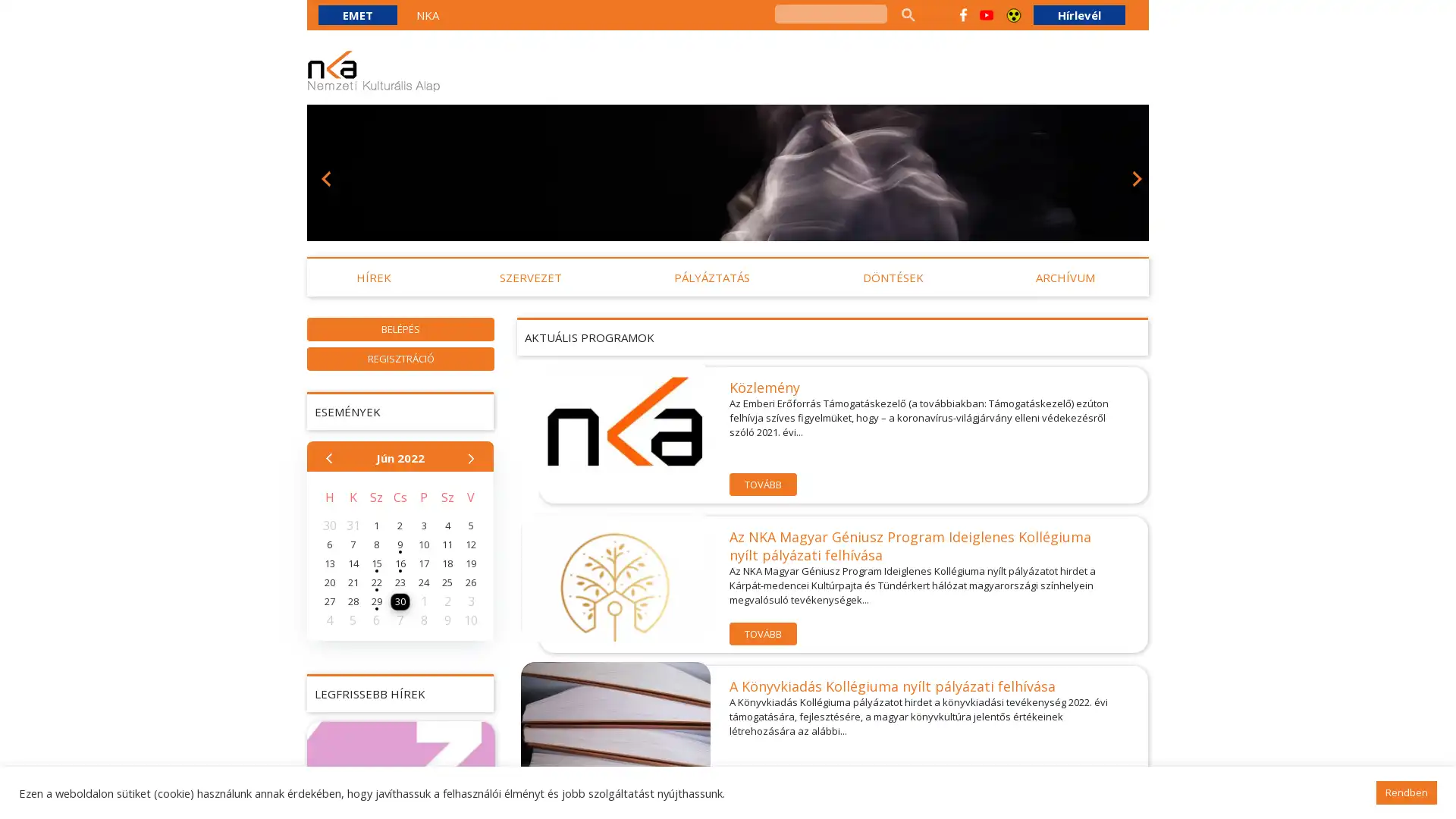 Image resolution: width=1456 pixels, height=819 pixels. Describe the element at coordinates (711, 278) in the screenshot. I see `PALYAZTATAS` at that location.